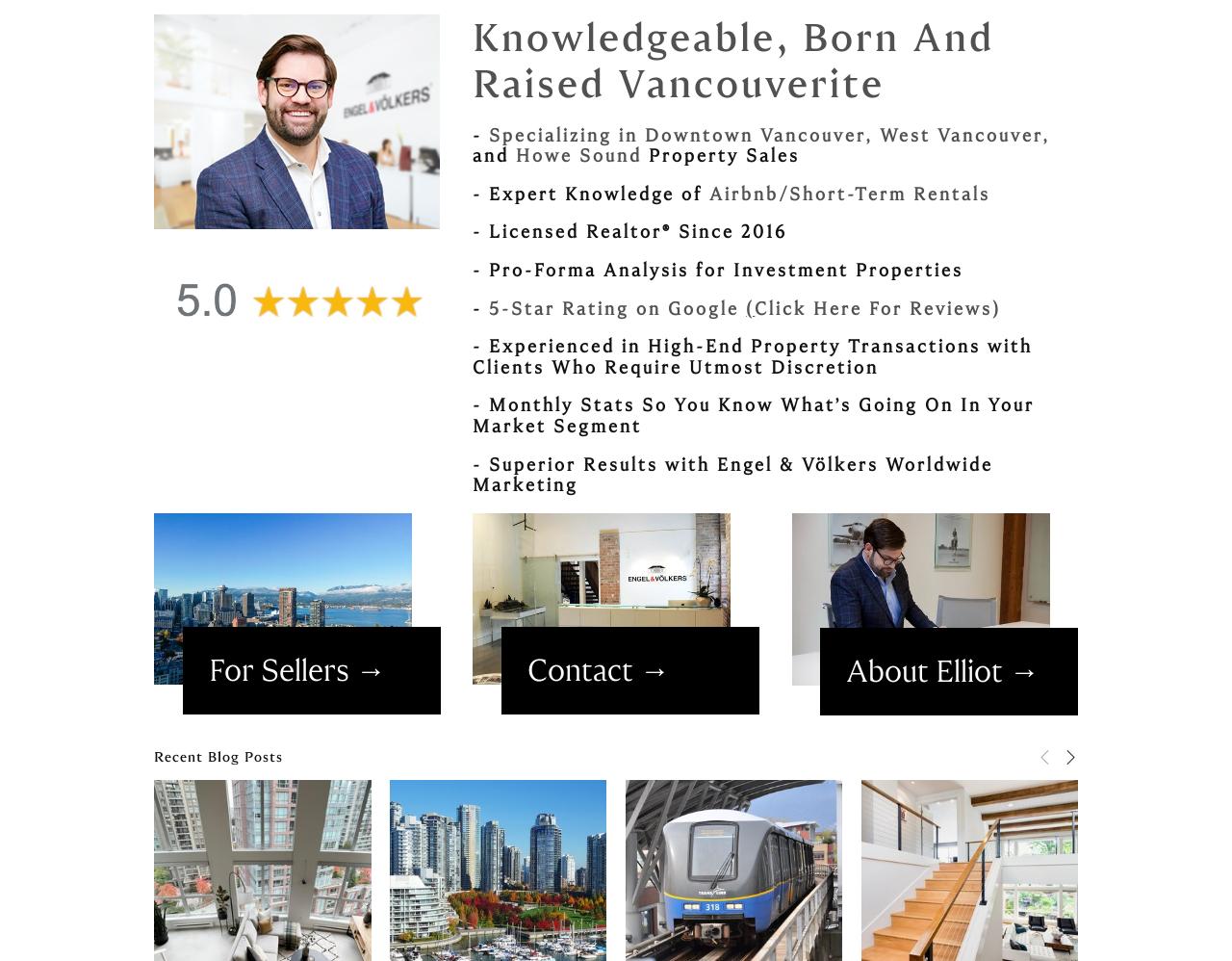 This screenshot has height=961, width=1232. What do you see at coordinates (629, 232) in the screenshot?
I see `'- Licensed Realtor® Since 2016'` at bounding box center [629, 232].